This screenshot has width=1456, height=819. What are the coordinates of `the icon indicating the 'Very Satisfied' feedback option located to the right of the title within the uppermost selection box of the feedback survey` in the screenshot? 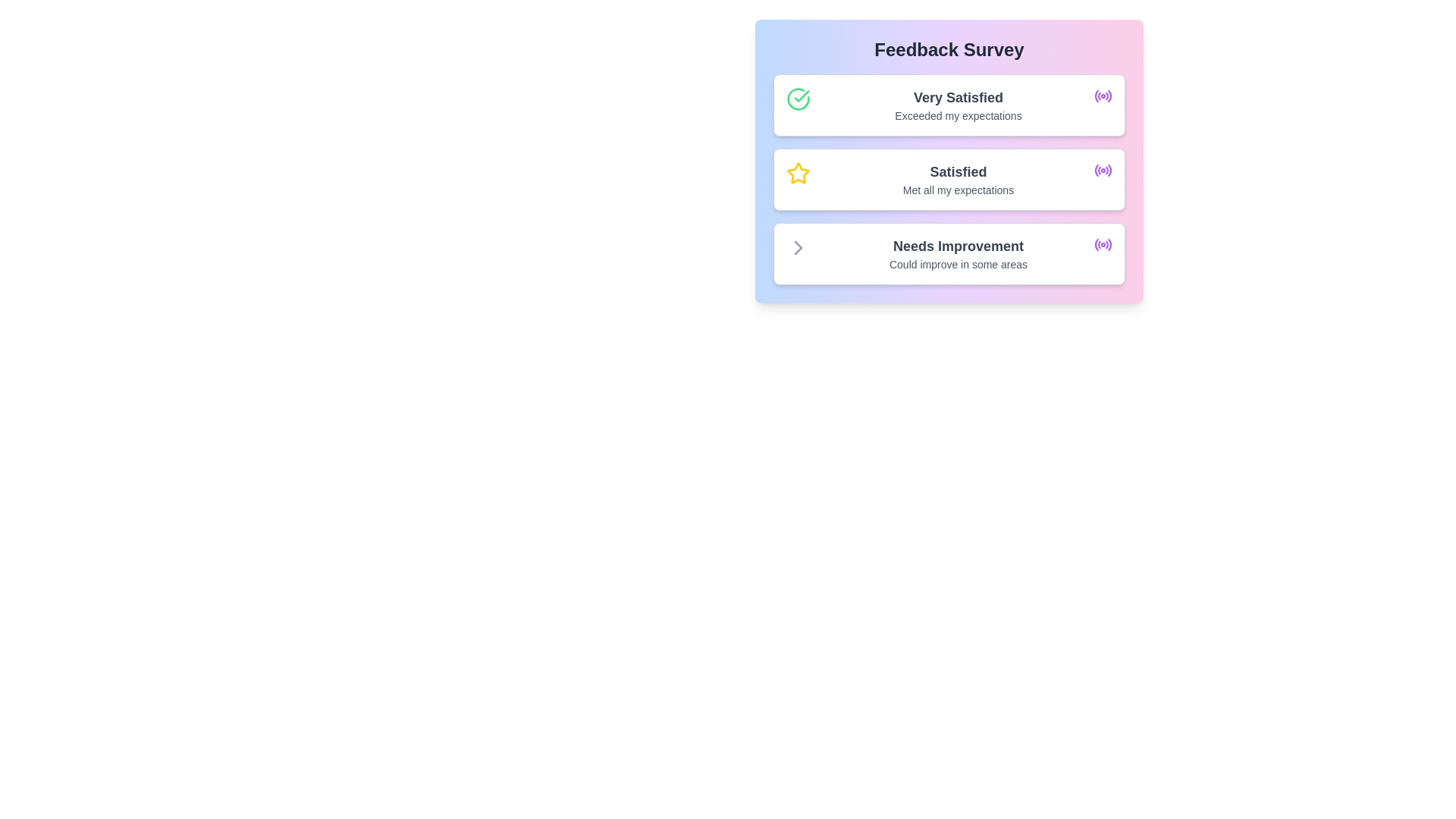 It's located at (1103, 96).